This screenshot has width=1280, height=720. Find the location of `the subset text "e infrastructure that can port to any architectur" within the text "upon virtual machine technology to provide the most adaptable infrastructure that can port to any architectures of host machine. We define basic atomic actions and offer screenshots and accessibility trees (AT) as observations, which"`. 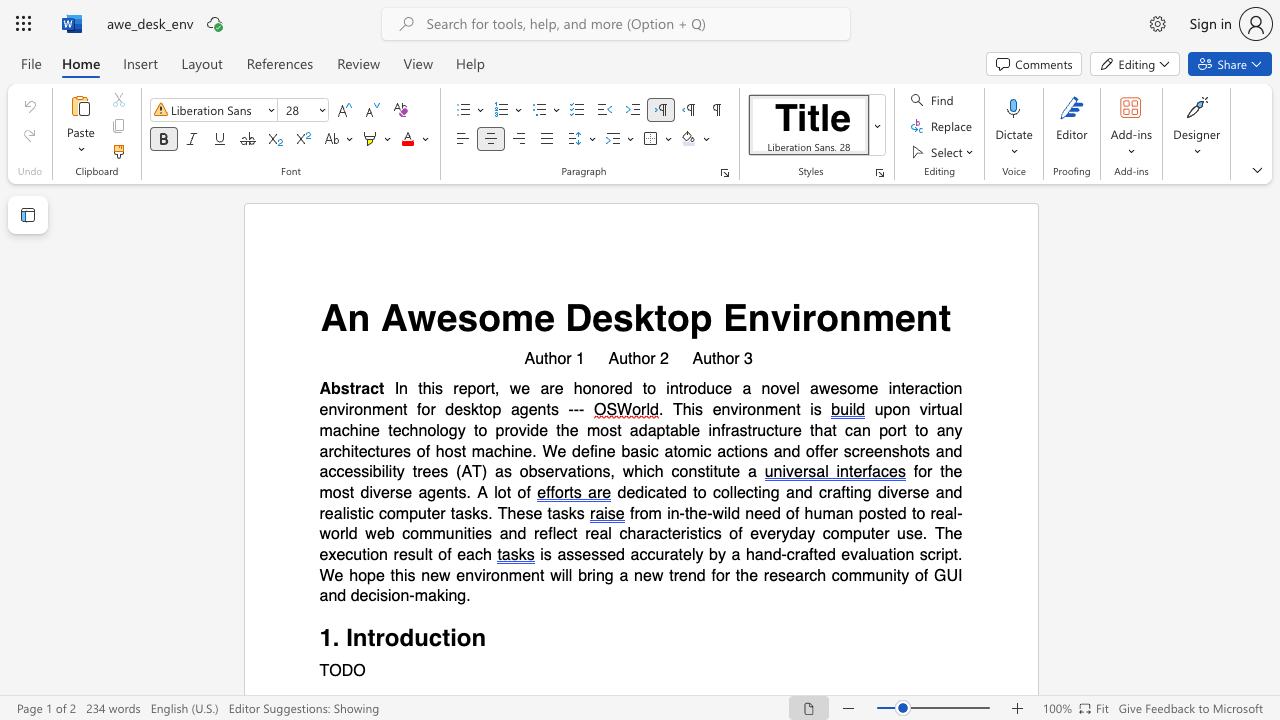

the subset text "e infrastructure that can port to any architectur" within the text "upon virtual machine technology to provide the most adaptable infrastructure that can port to any architectures of host machine. We define basic atomic actions and offer screenshots and accessibility trees (AT) as observations, which" is located at coordinates (691, 429).